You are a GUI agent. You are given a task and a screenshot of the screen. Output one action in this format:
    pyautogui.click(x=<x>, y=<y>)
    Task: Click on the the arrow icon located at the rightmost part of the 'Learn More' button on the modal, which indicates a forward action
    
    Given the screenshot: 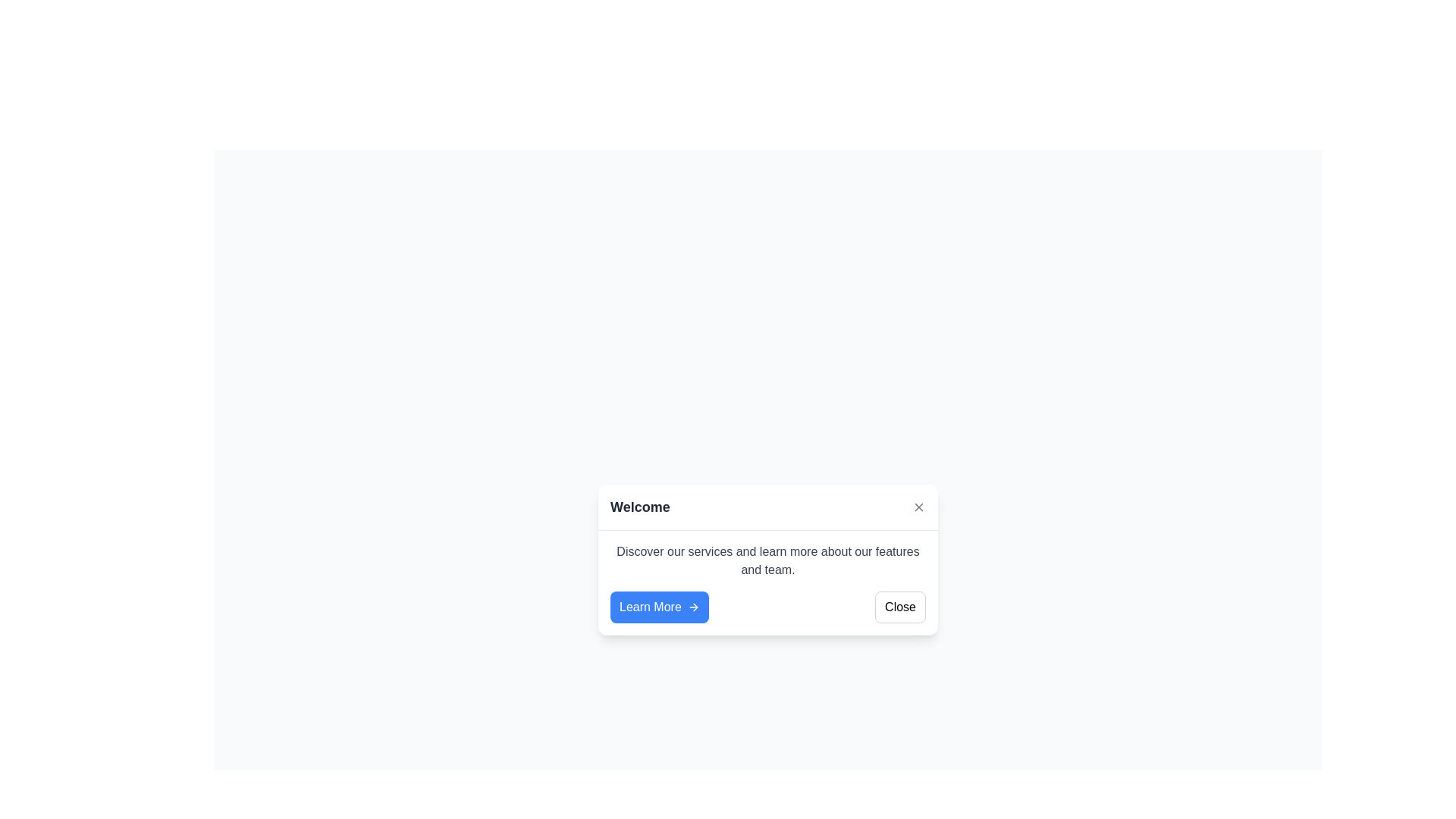 What is the action you would take?
    pyautogui.click(x=692, y=607)
    